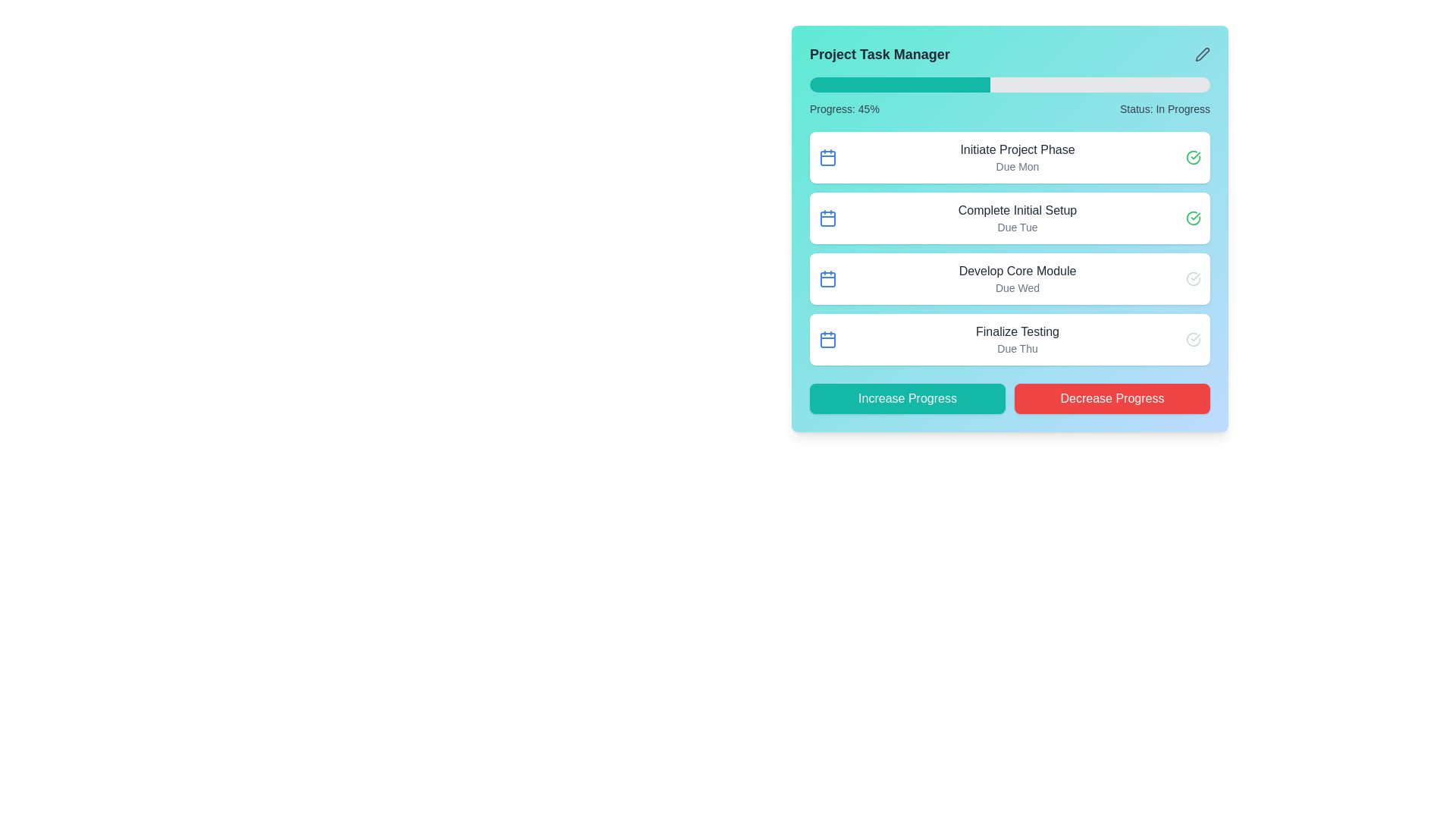 Image resolution: width=1456 pixels, height=819 pixels. What do you see at coordinates (1018, 227) in the screenshot?
I see `the informational label indicating the due date ('Tuesday') for the task 'Complete Initial Setup', located in the second row of the task list` at bounding box center [1018, 227].